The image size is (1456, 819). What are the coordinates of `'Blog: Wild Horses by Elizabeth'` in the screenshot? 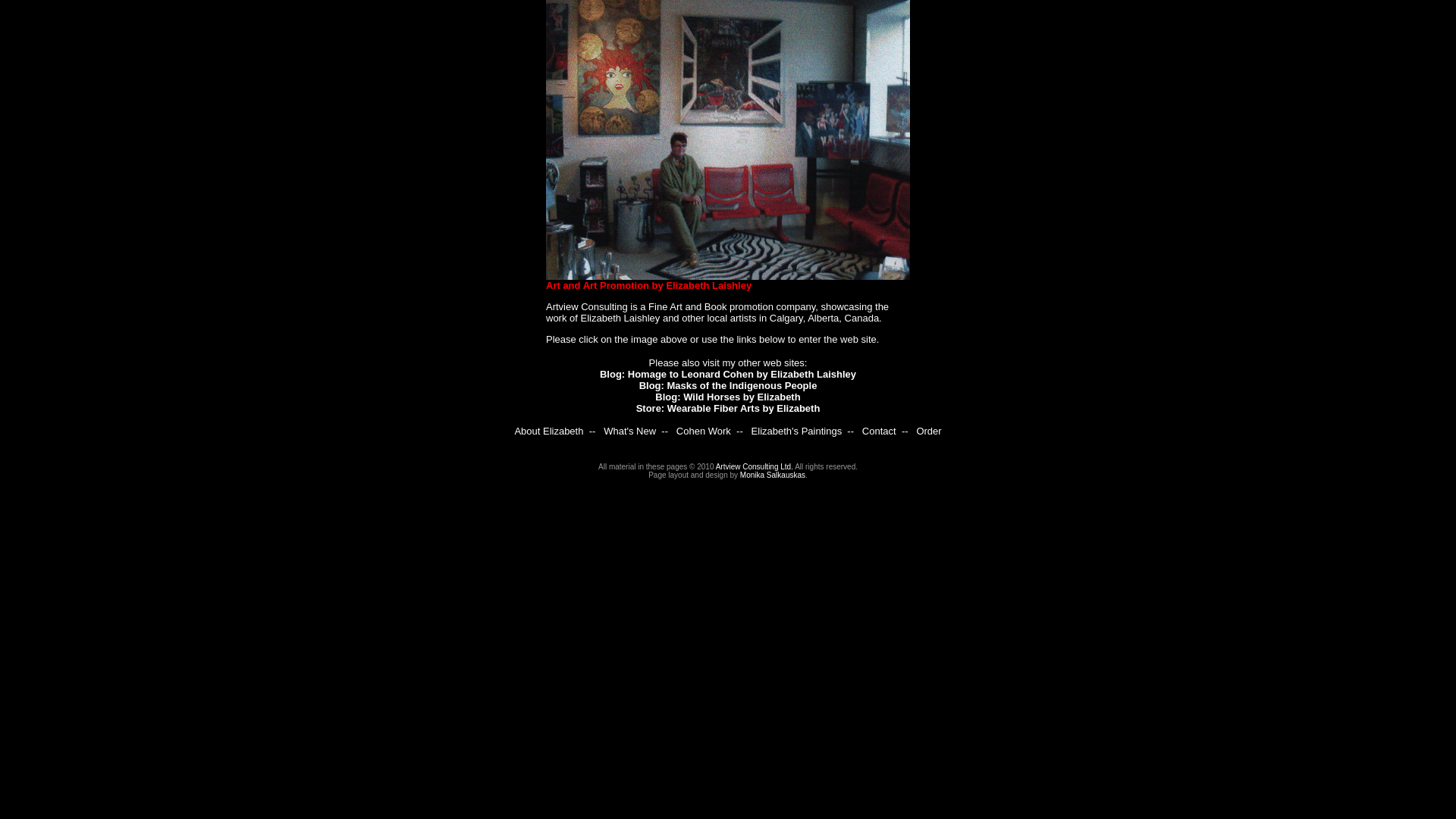 It's located at (726, 396).